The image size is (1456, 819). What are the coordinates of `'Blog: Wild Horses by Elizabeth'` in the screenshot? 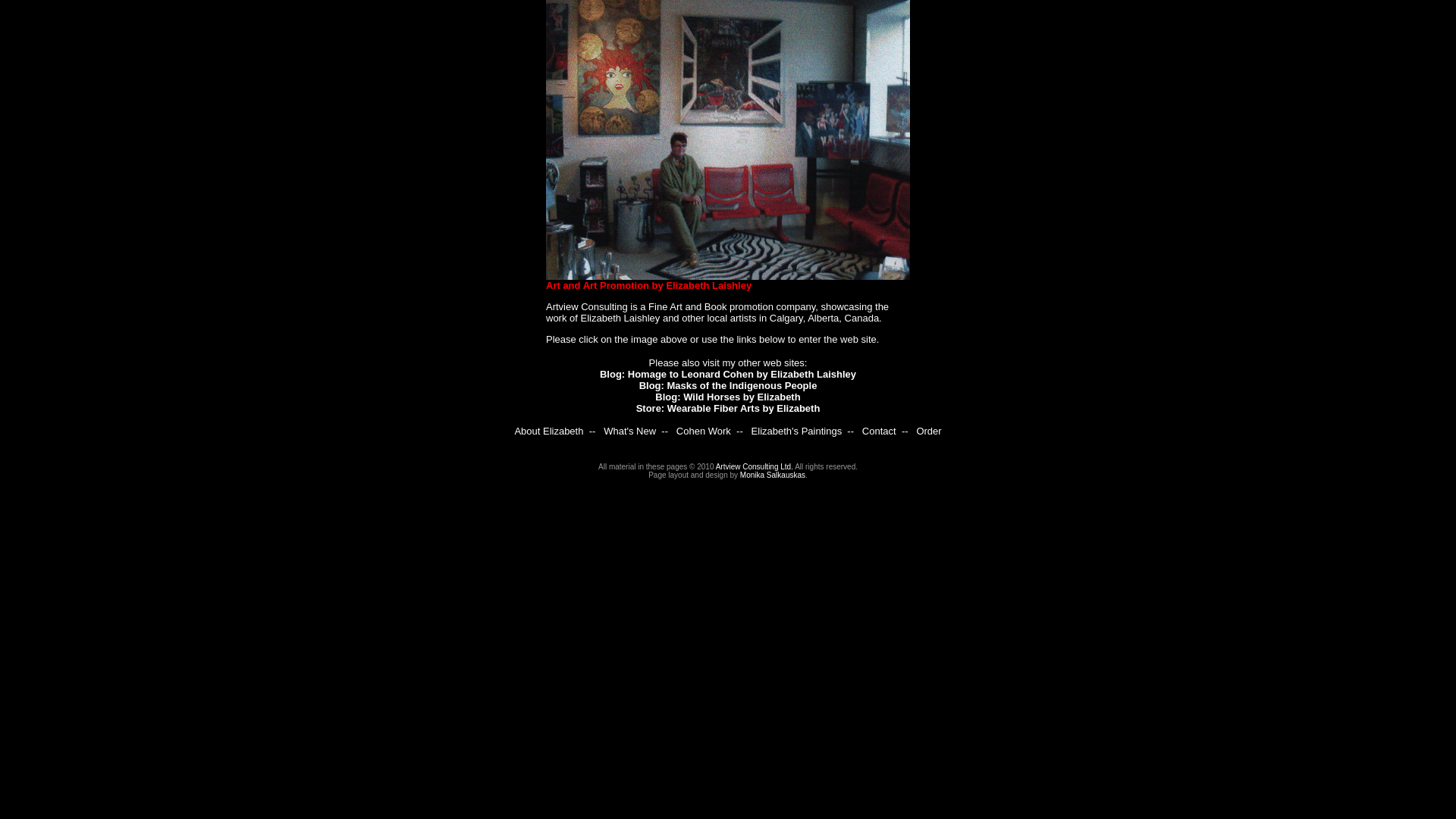 It's located at (726, 396).